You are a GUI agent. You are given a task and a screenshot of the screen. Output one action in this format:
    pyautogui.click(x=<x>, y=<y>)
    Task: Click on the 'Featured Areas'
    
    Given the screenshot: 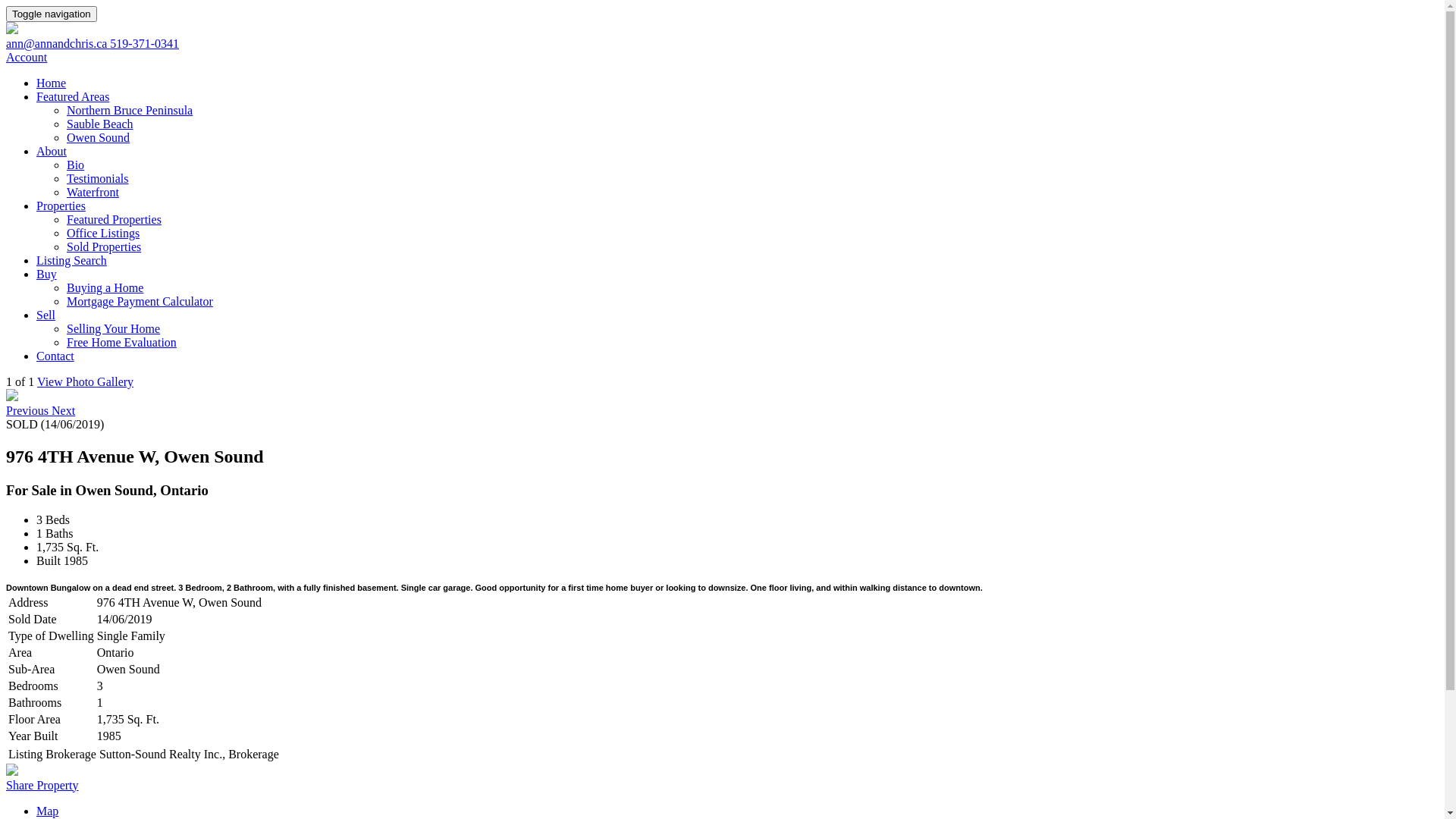 What is the action you would take?
    pyautogui.click(x=72, y=96)
    